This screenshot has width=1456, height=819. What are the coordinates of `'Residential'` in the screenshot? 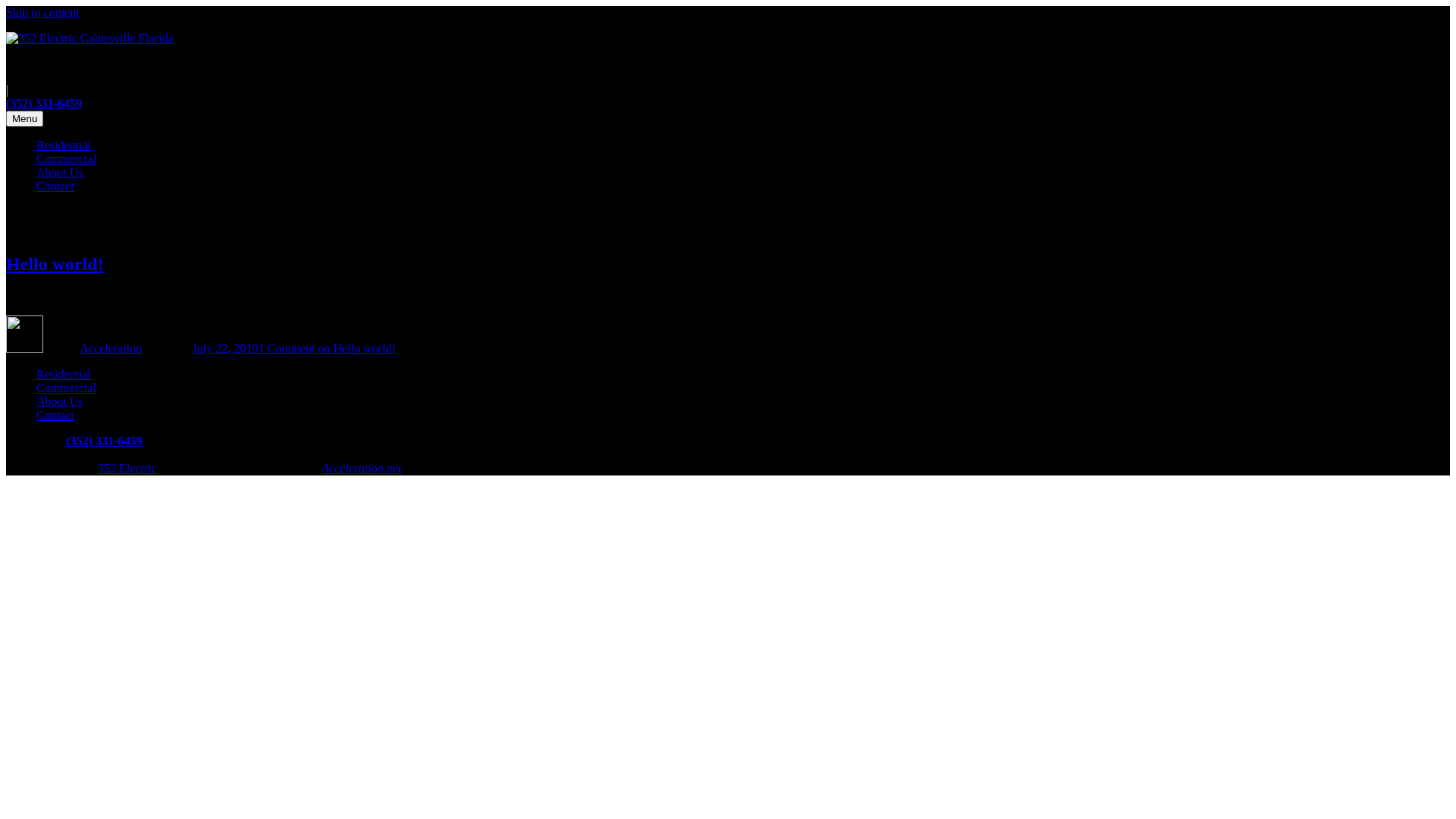 It's located at (62, 145).